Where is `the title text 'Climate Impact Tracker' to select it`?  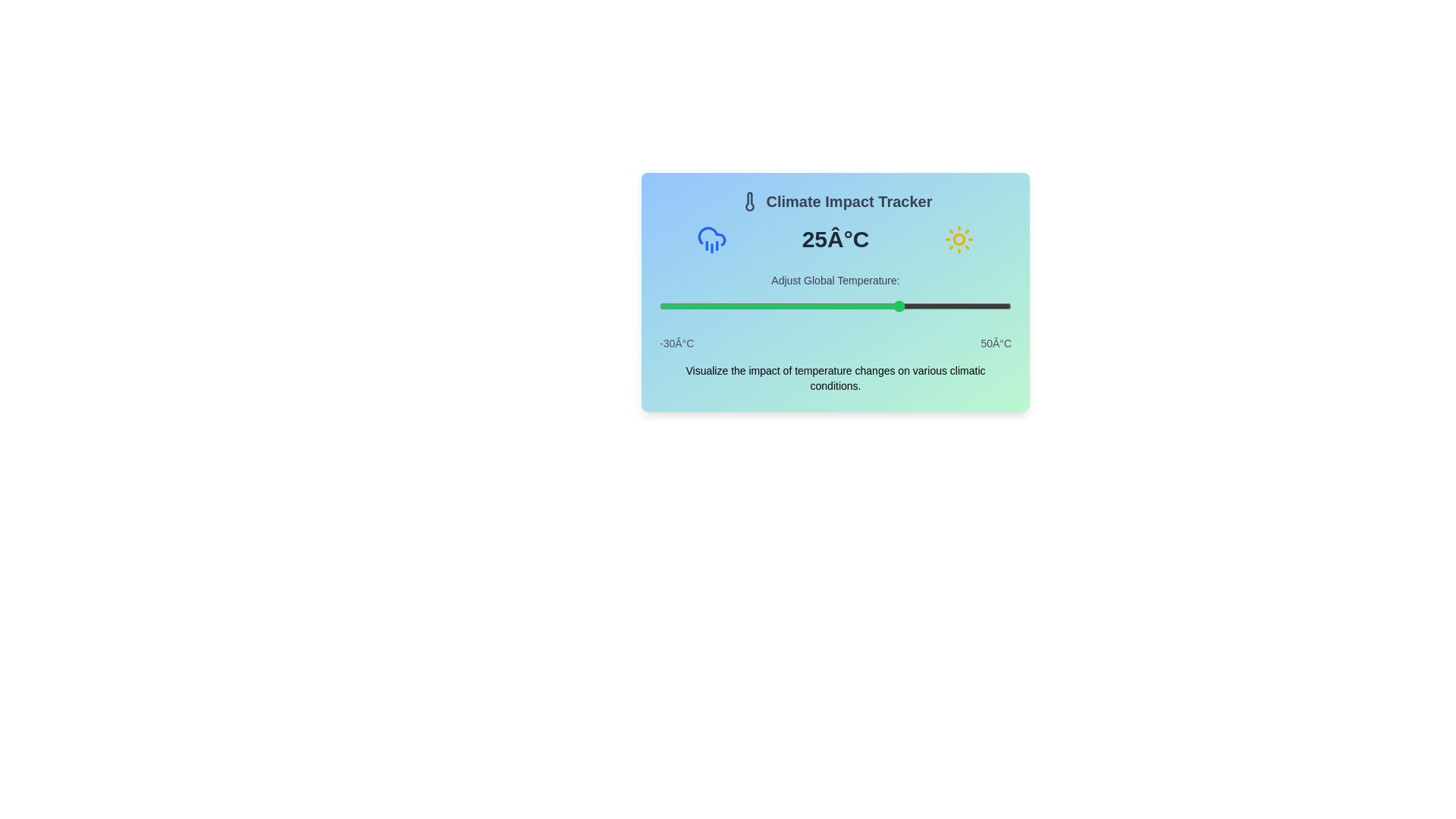 the title text 'Climate Impact Tracker' to select it is located at coordinates (835, 201).